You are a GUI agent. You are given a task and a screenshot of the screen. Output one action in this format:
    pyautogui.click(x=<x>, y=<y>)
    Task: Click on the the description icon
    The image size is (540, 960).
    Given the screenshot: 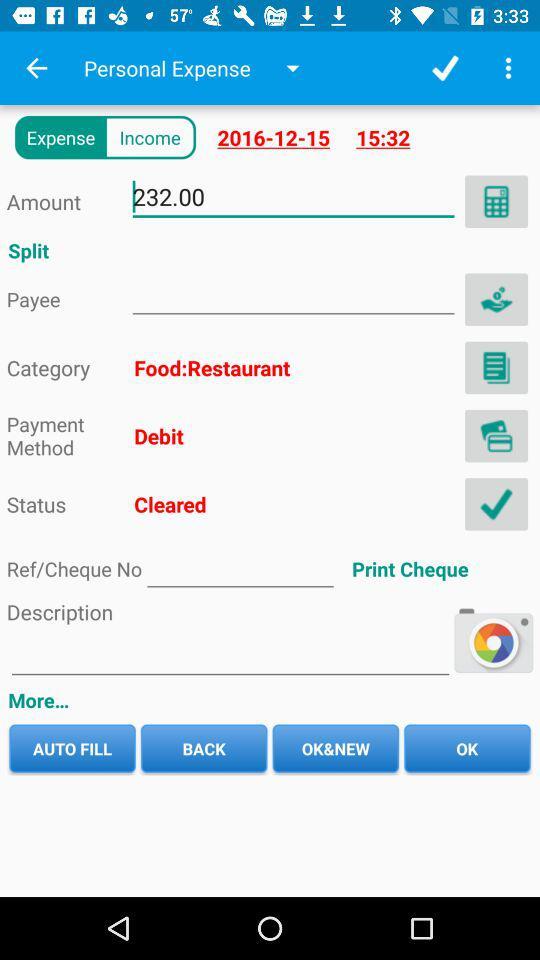 What is the action you would take?
    pyautogui.click(x=495, y=366)
    